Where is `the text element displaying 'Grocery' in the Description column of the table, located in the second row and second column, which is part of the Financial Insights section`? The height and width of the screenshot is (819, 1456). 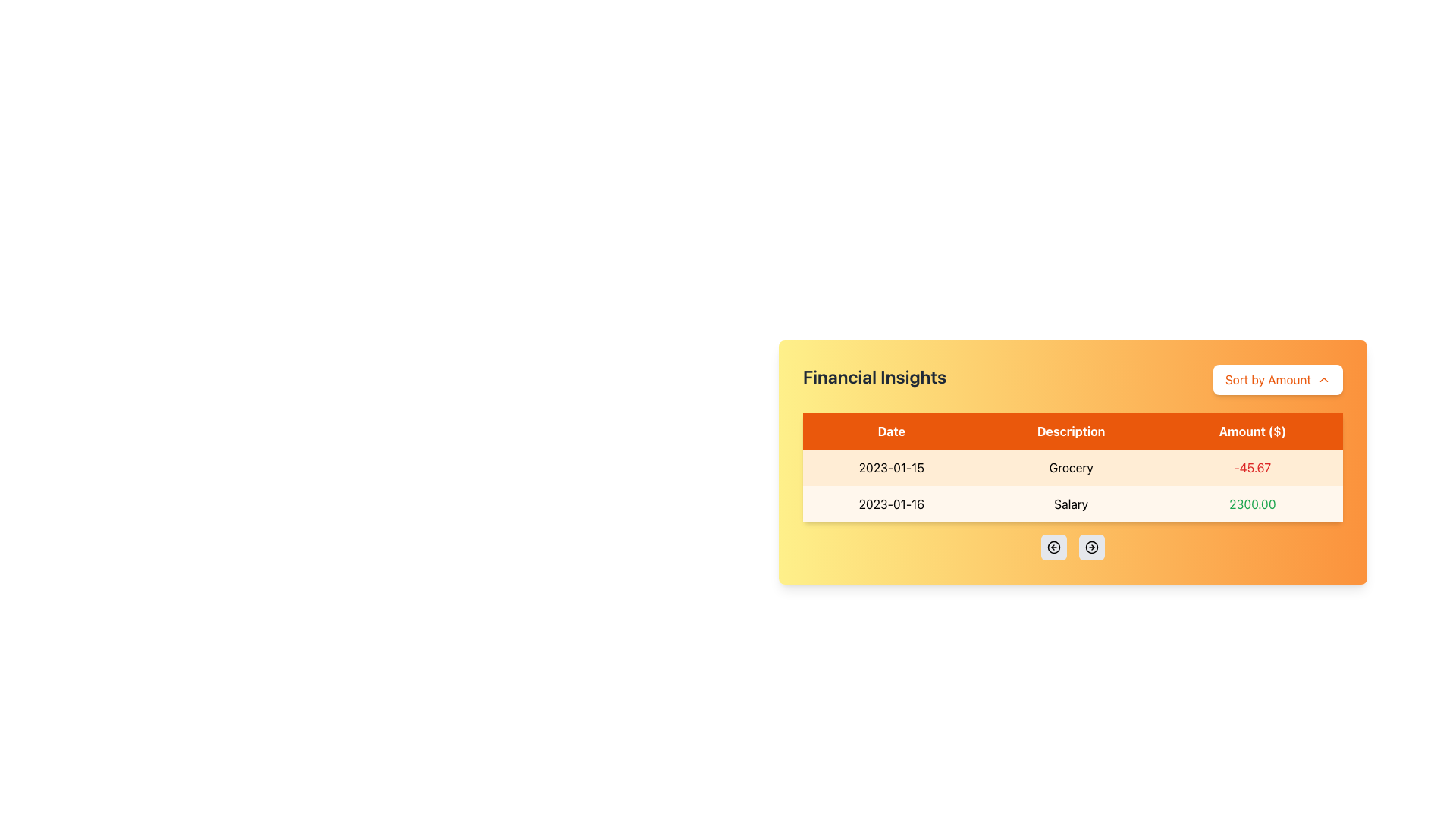 the text element displaying 'Grocery' in the Description column of the table, located in the second row and second column, which is part of the Financial Insights section is located at coordinates (1072, 461).